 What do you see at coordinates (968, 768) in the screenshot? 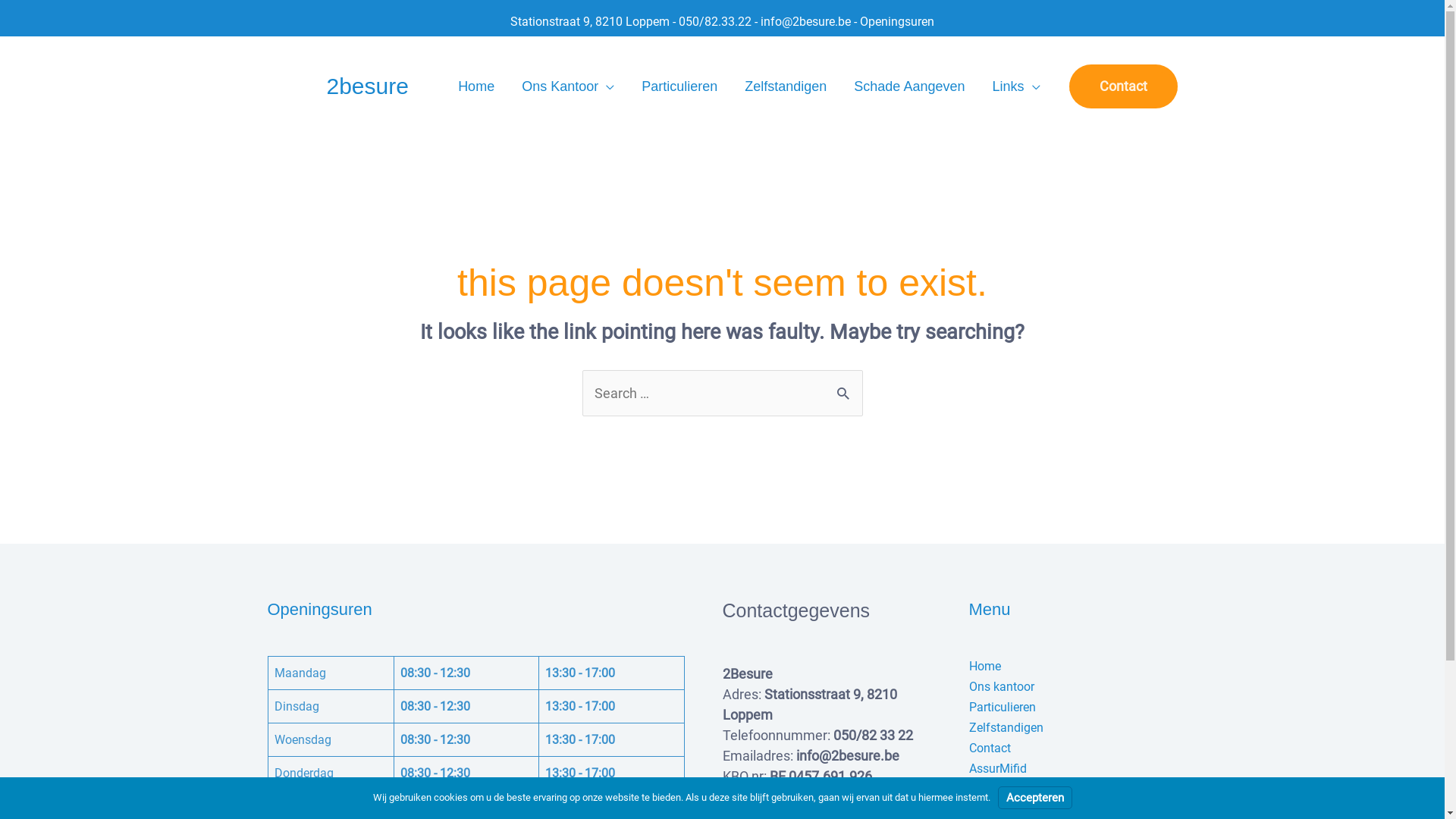
I see `'AssurMifid'` at bounding box center [968, 768].